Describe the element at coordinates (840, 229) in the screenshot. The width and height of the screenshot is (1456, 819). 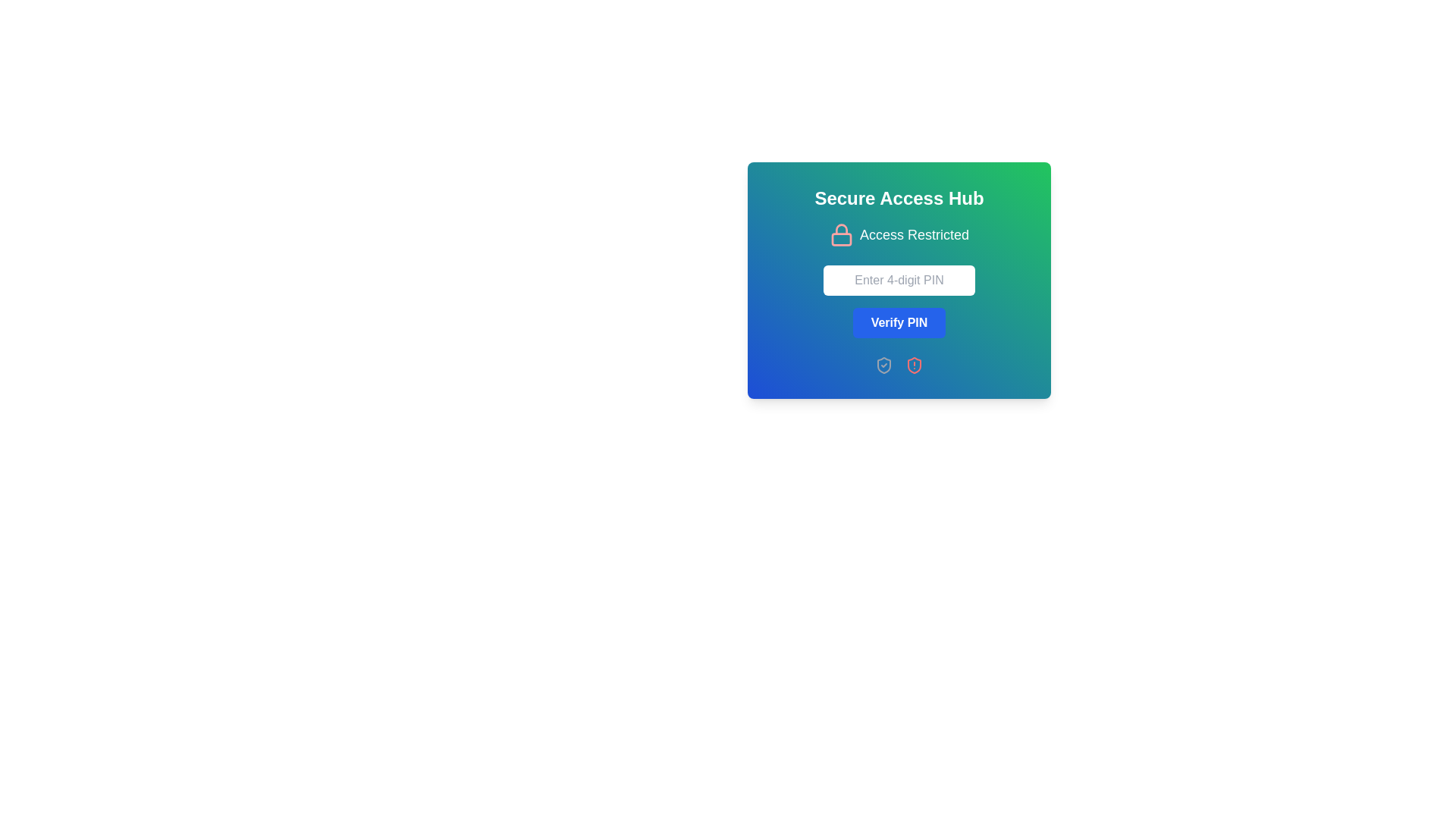
I see `the curved line forming part of the padlock icon, which represents the lock mechanism of the padlock above the 'Access Restricted' text in the 'Secure Access Hub' component` at that location.